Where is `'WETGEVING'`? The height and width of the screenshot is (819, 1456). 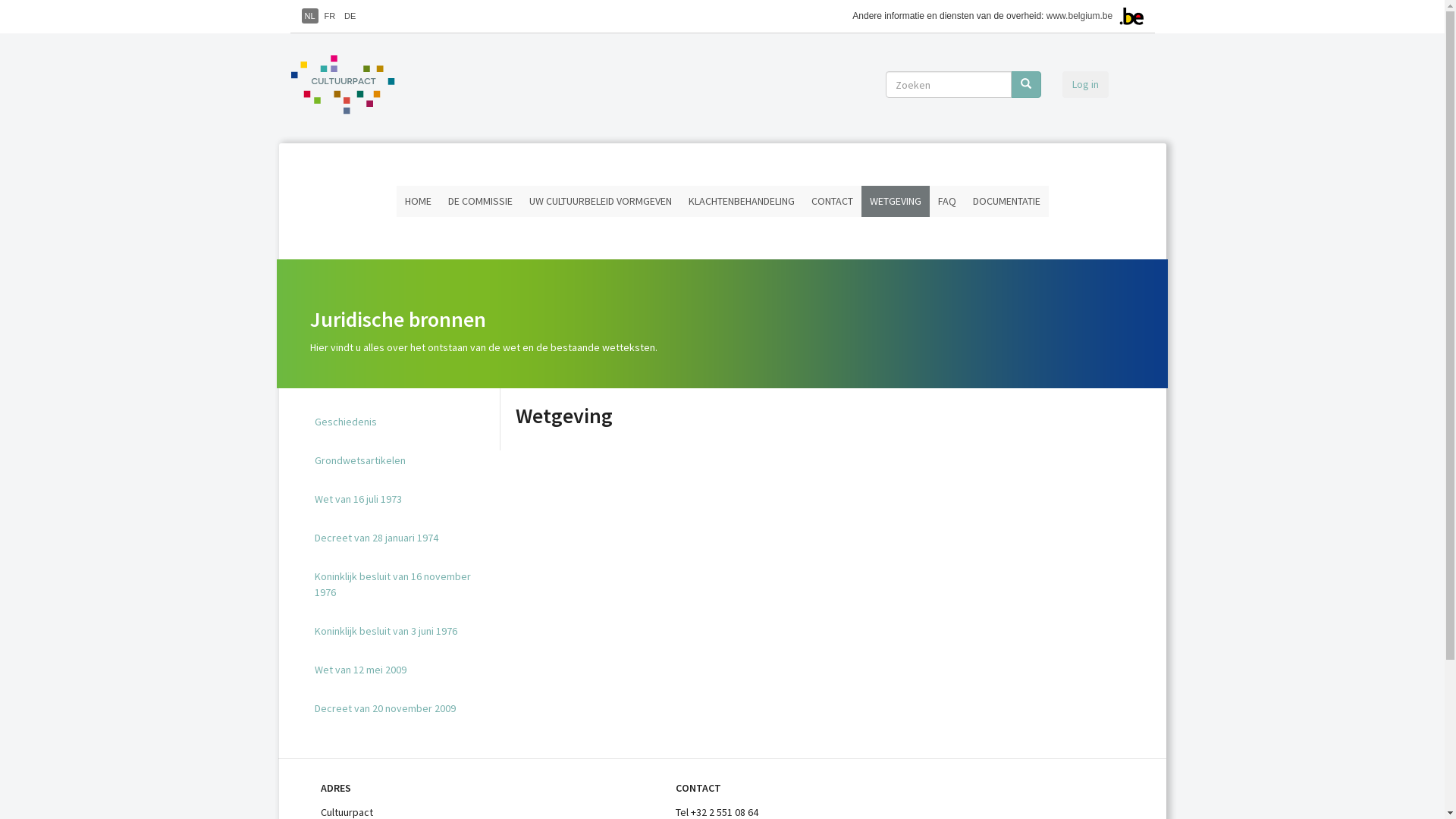
'WETGEVING' is located at coordinates (861, 200).